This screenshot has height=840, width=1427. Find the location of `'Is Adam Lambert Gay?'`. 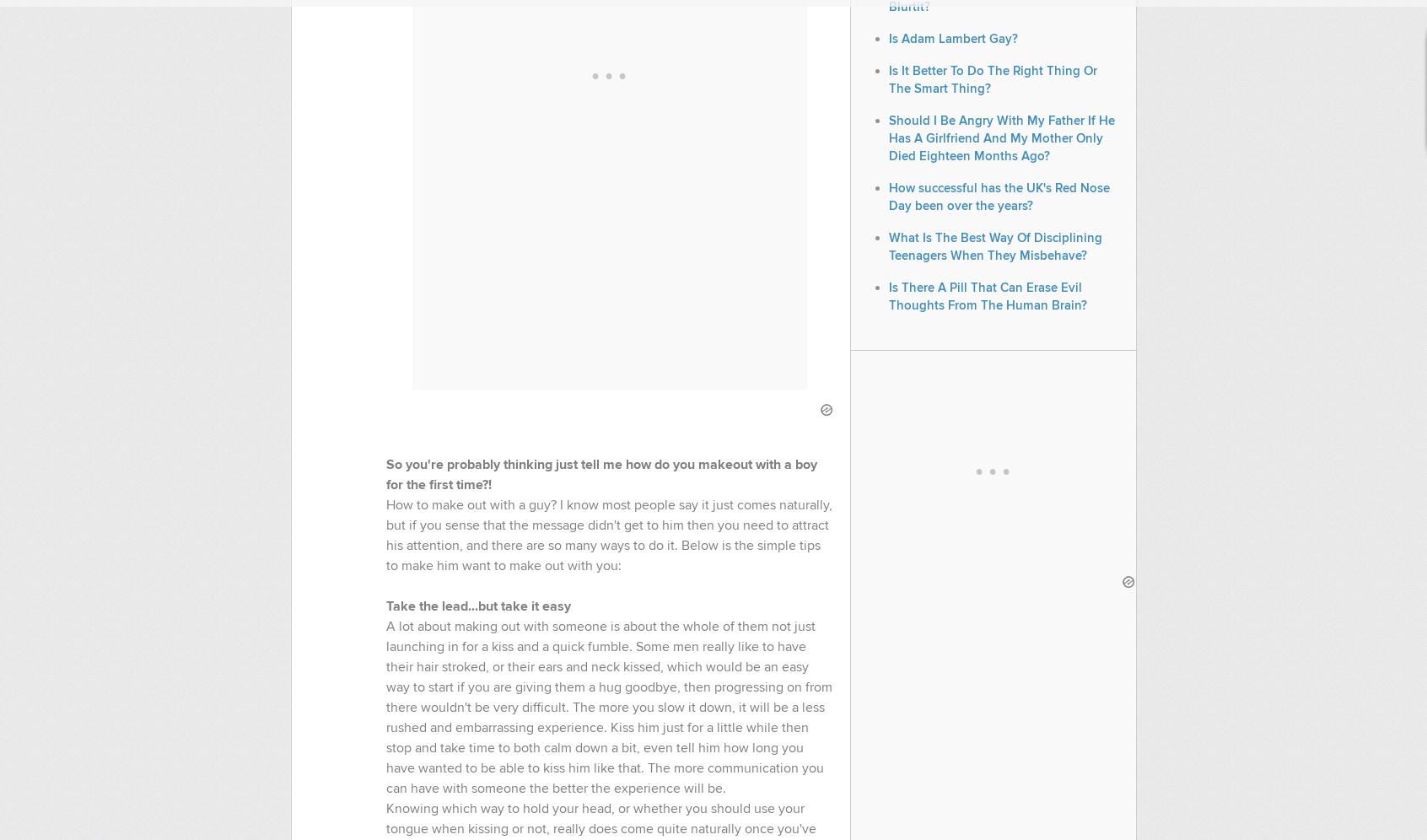

'Is Adam Lambert Gay?' is located at coordinates (951, 38).